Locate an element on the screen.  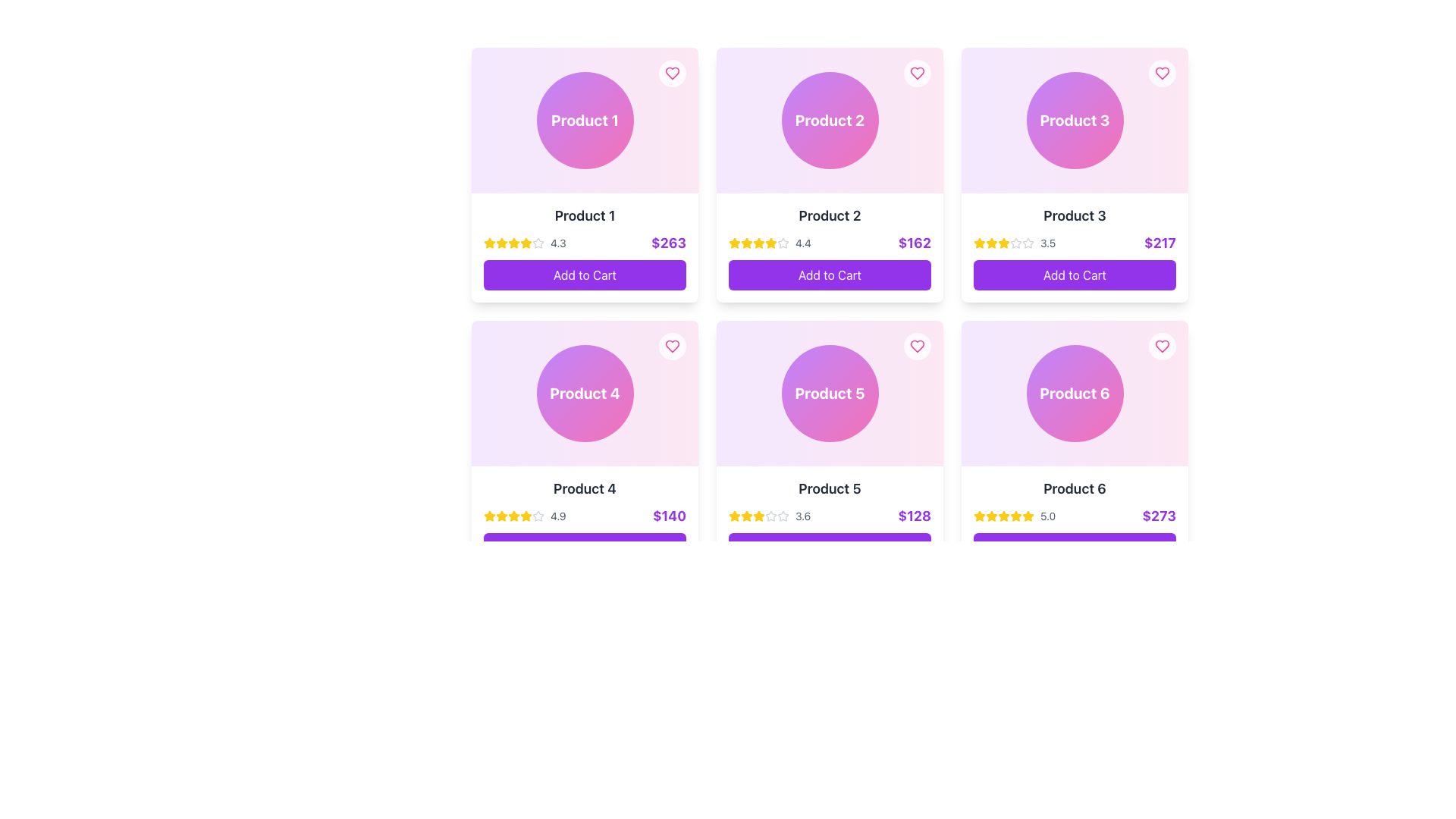
the fifth golden-yellow star icon in the rating section of the 'Product 6' card, located in the bottom-right corner of the grid is located at coordinates (1004, 516).